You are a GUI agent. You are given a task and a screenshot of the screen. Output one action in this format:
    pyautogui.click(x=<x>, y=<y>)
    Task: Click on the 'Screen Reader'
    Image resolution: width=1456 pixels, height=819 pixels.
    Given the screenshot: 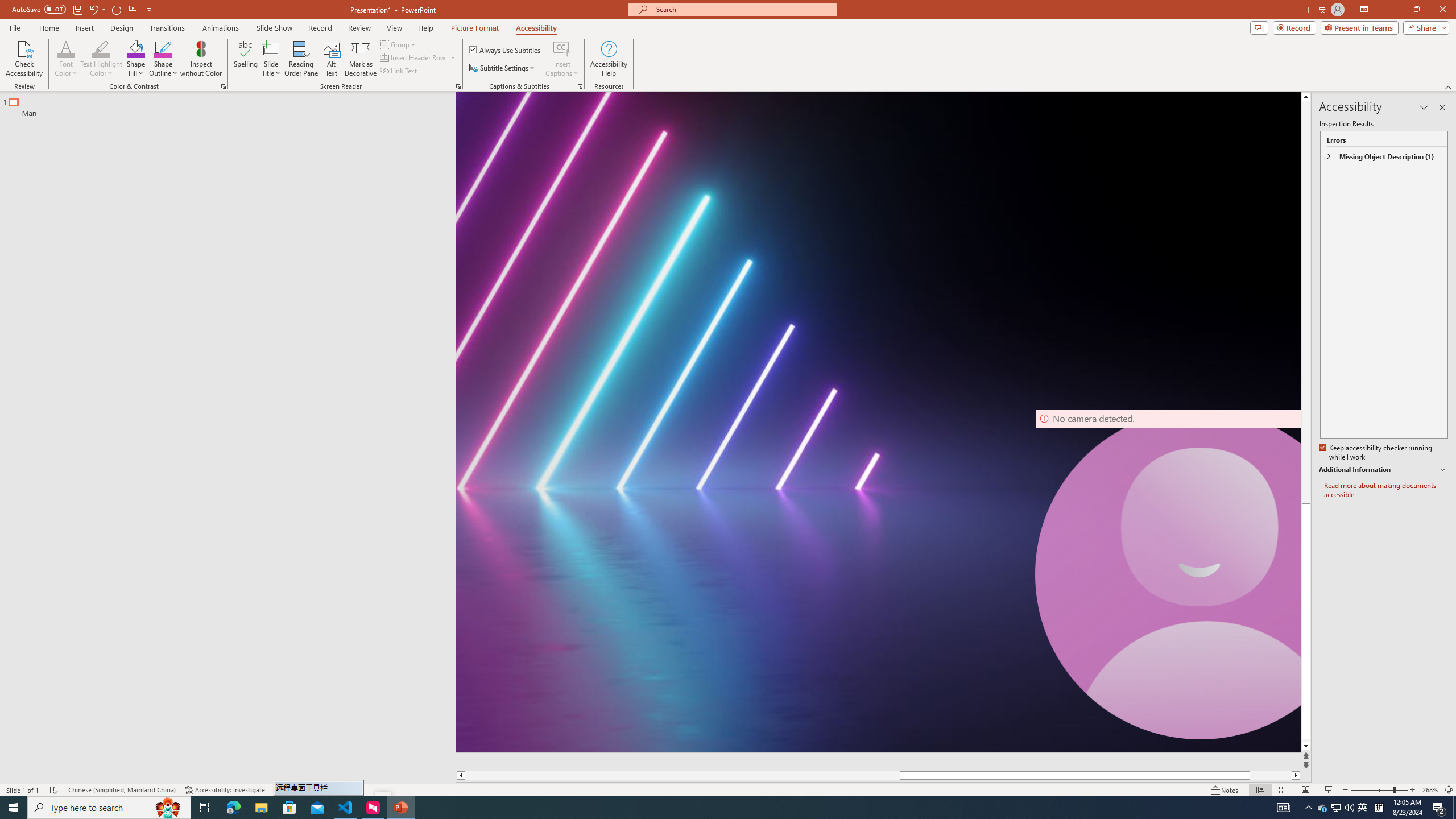 What is the action you would take?
    pyautogui.click(x=458, y=85)
    